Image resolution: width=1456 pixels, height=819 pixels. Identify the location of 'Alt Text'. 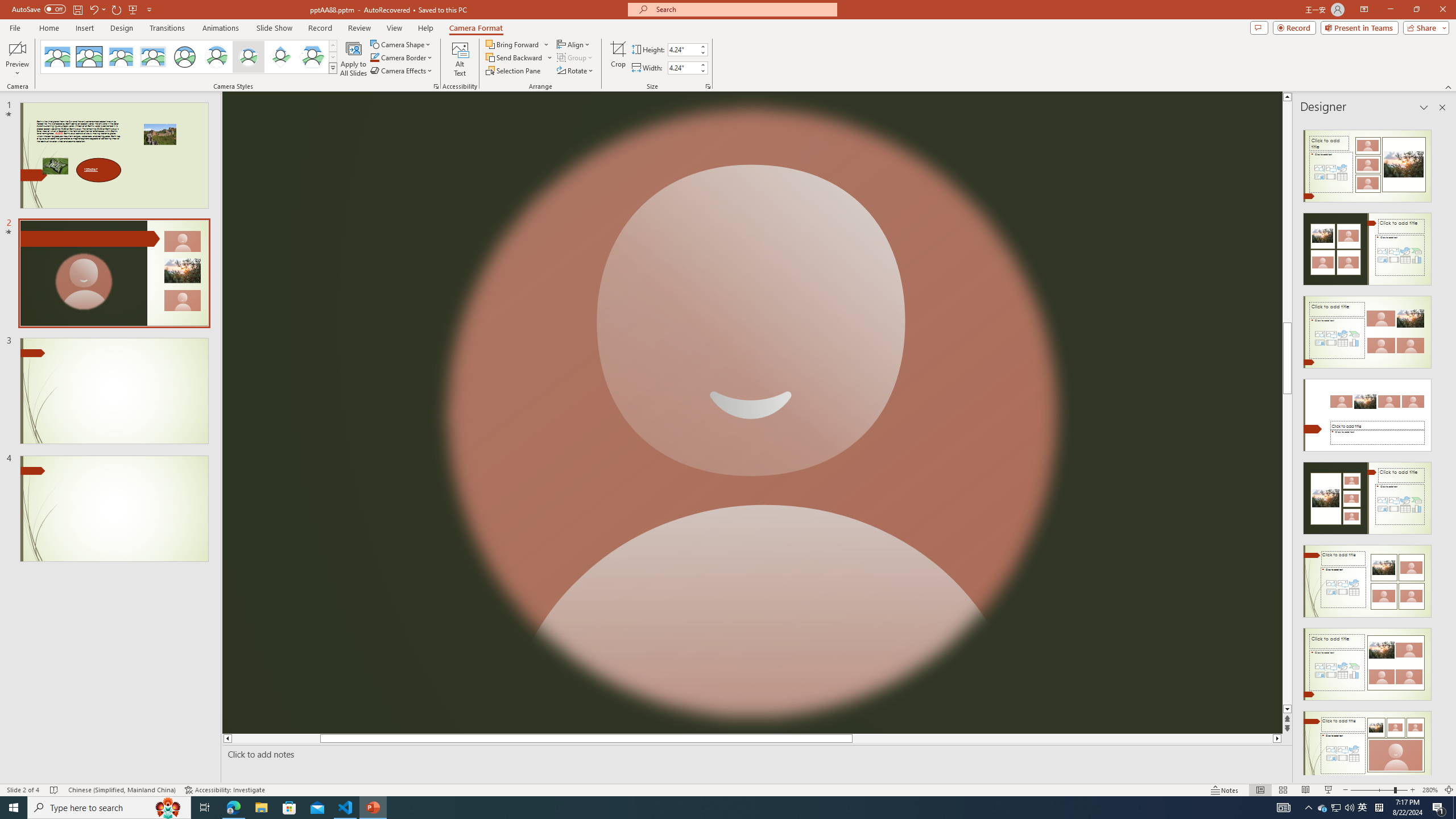
(459, 59).